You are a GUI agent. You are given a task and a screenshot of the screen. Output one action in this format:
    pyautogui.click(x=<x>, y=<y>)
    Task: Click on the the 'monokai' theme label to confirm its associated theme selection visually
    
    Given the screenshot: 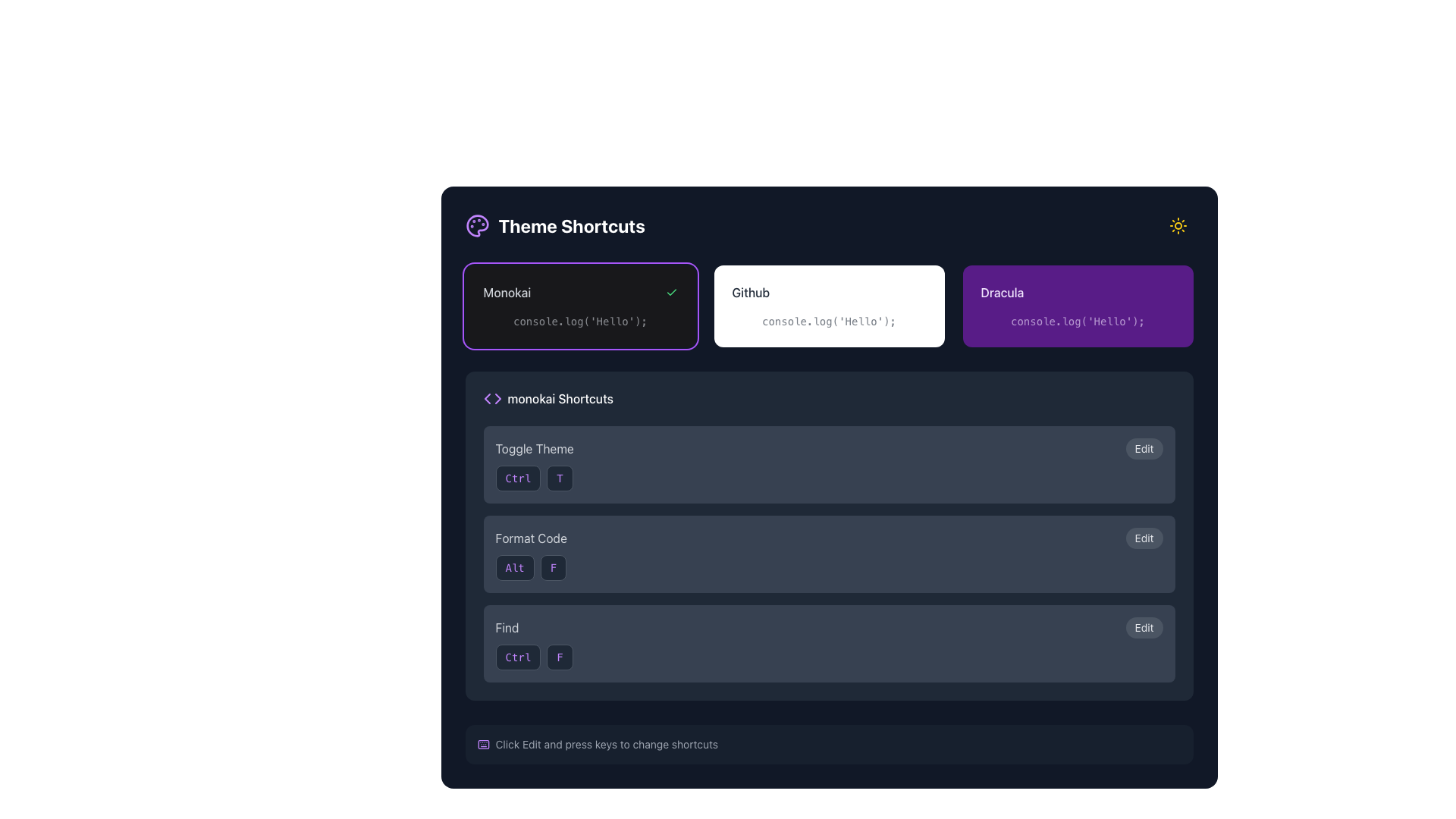 What is the action you would take?
    pyautogui.click(x=507, y=292)
    